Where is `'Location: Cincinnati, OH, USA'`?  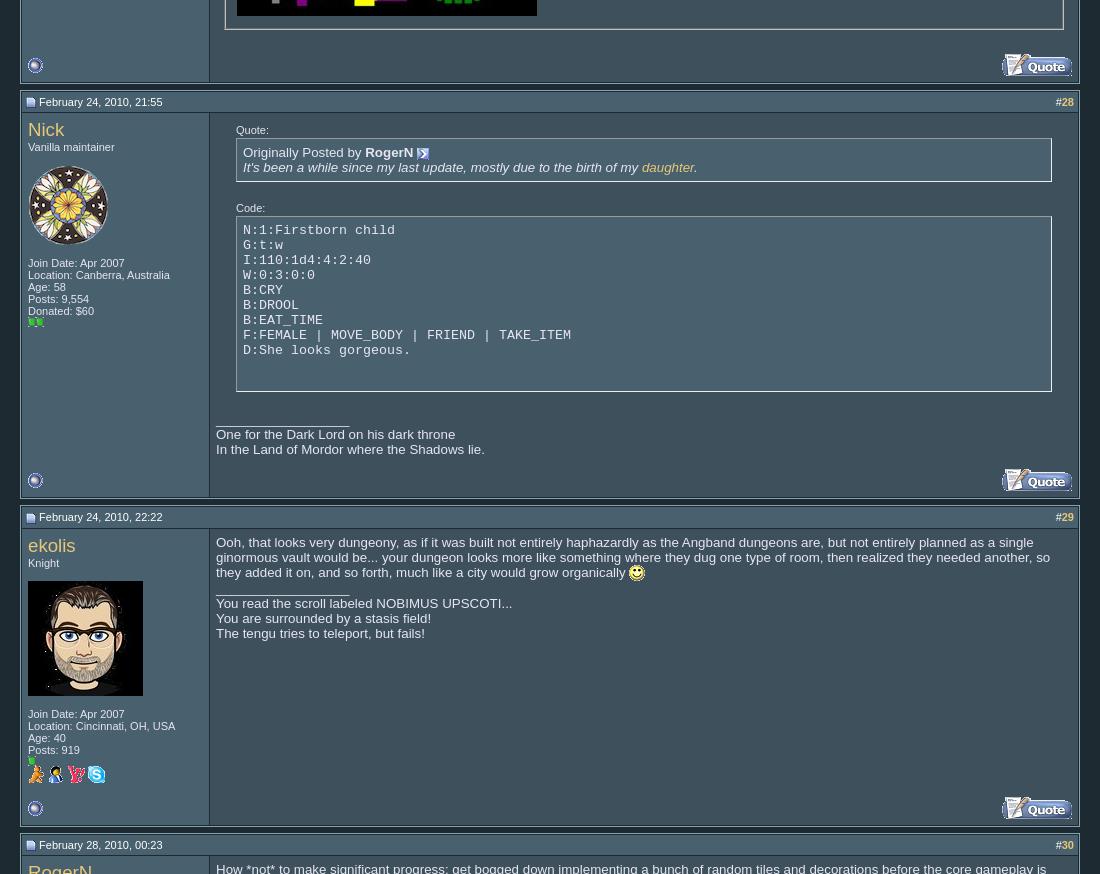
'Location: Cincinnati, OH, USA' is located at coordinates (101, 724).